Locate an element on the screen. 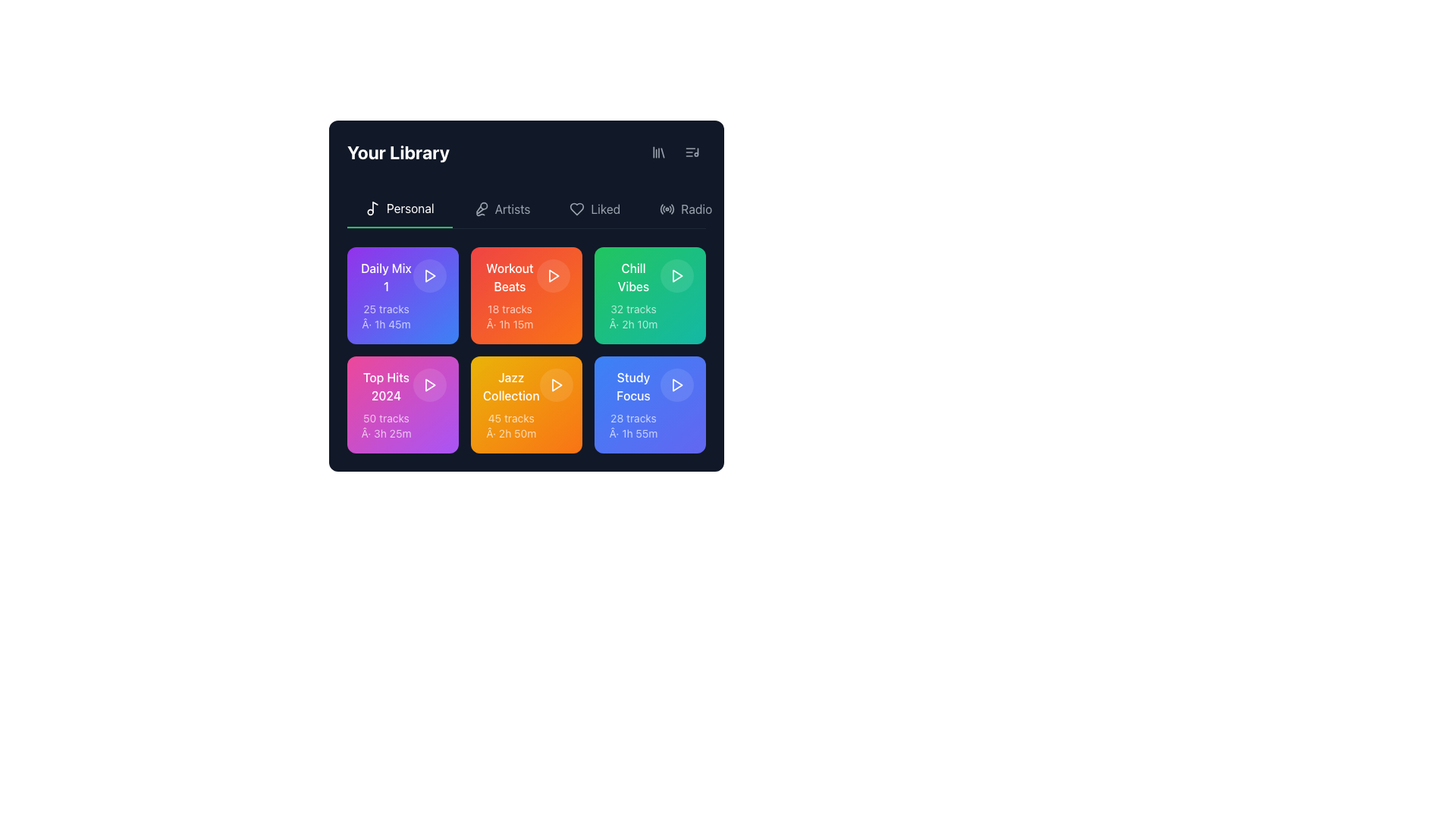 This screenshot has height=819, width=1456. the microphone icon in the navigation bar is located at coordinates (480, 209).